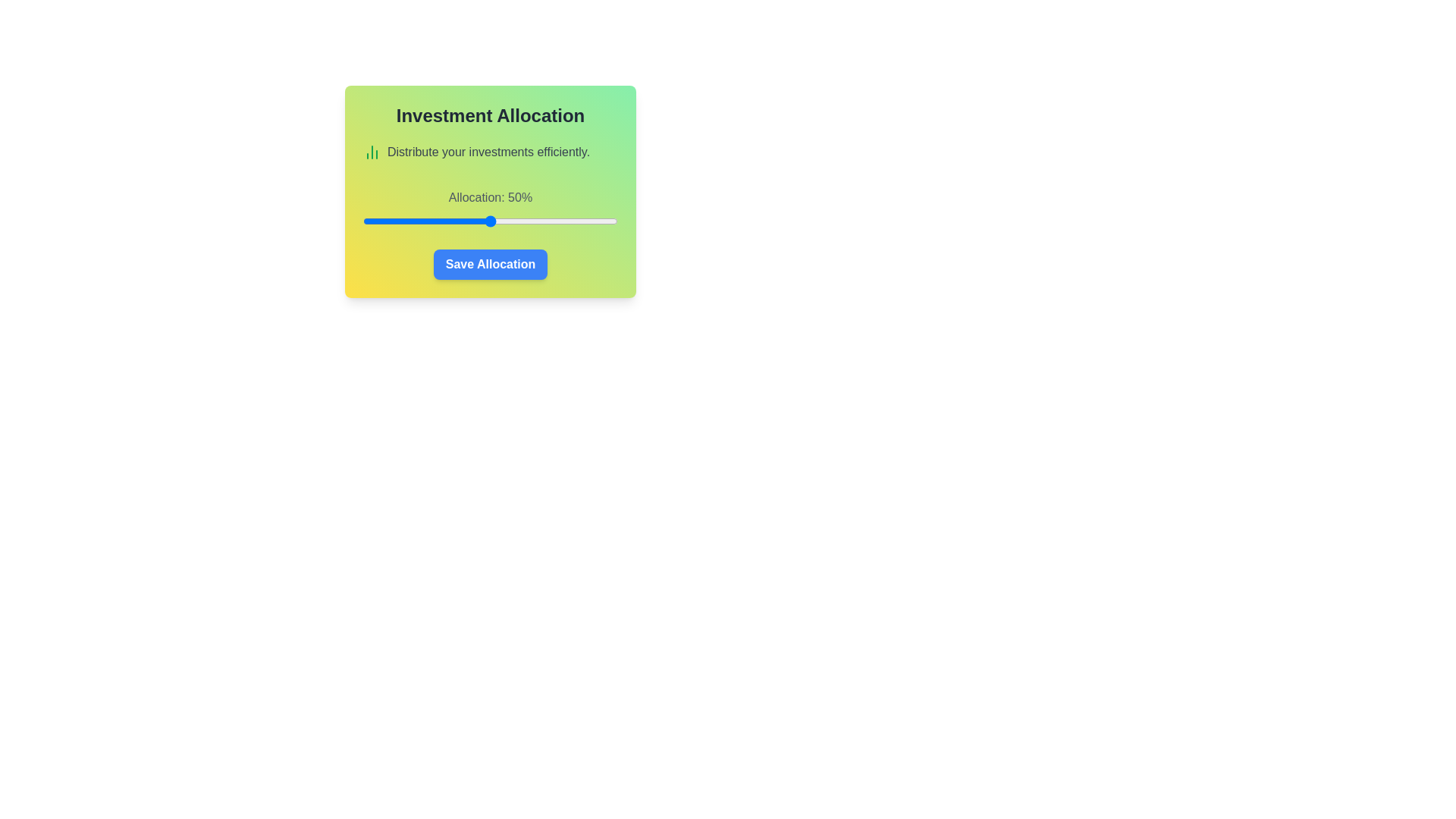  What do you see at coordinates (584, 221) in the screenshot?
I see `the investment allocation slider to 87%` at bounding box center [584, 221].